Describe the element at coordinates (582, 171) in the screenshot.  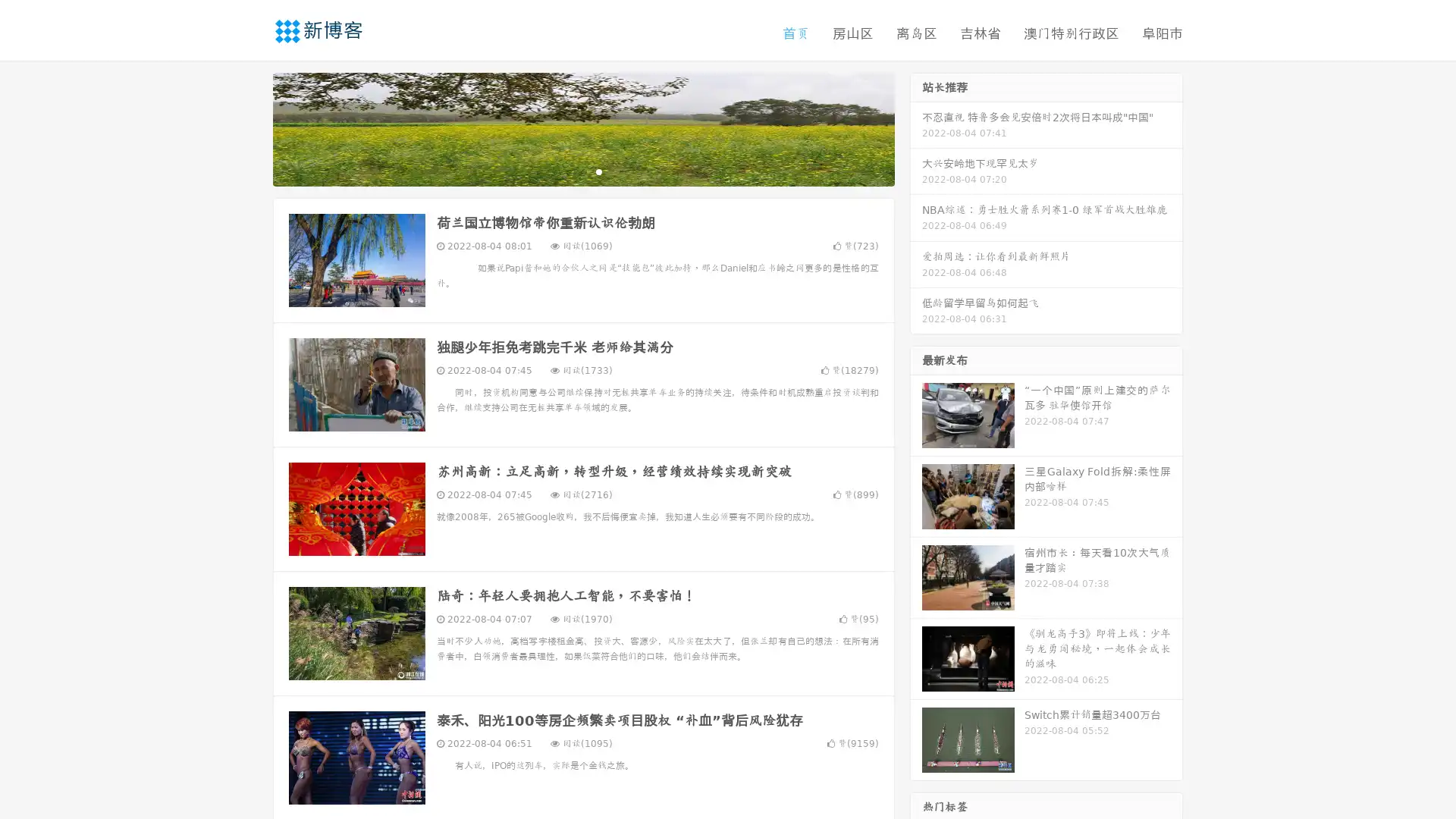
I see `Go to slide 2` at that location.